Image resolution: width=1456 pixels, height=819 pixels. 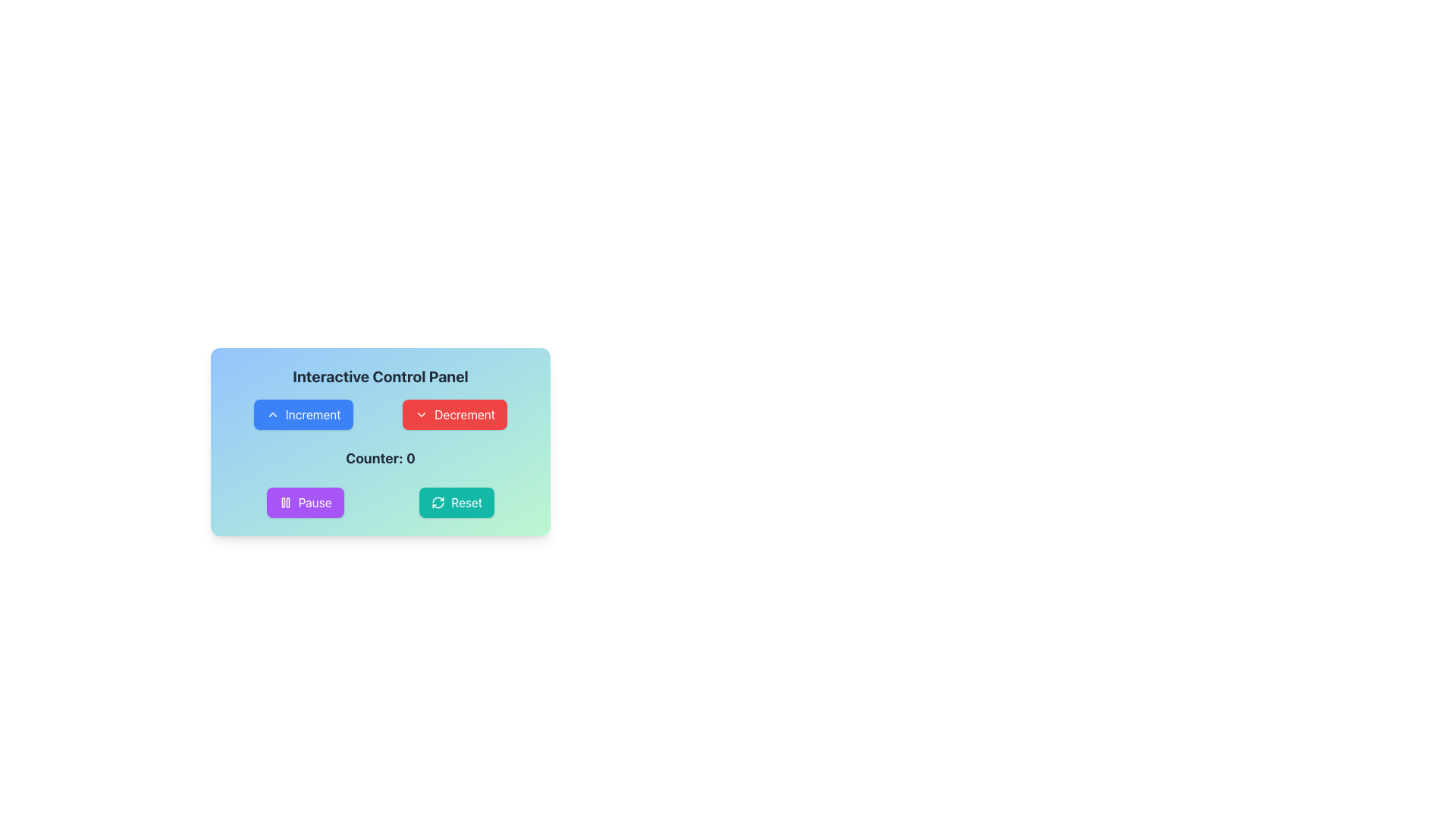 I want to click on the 'Increment' button with a blue background and upward arrow icon located in the 'Interactive Control Panel' to increment a value, so click(x=303, y=415).